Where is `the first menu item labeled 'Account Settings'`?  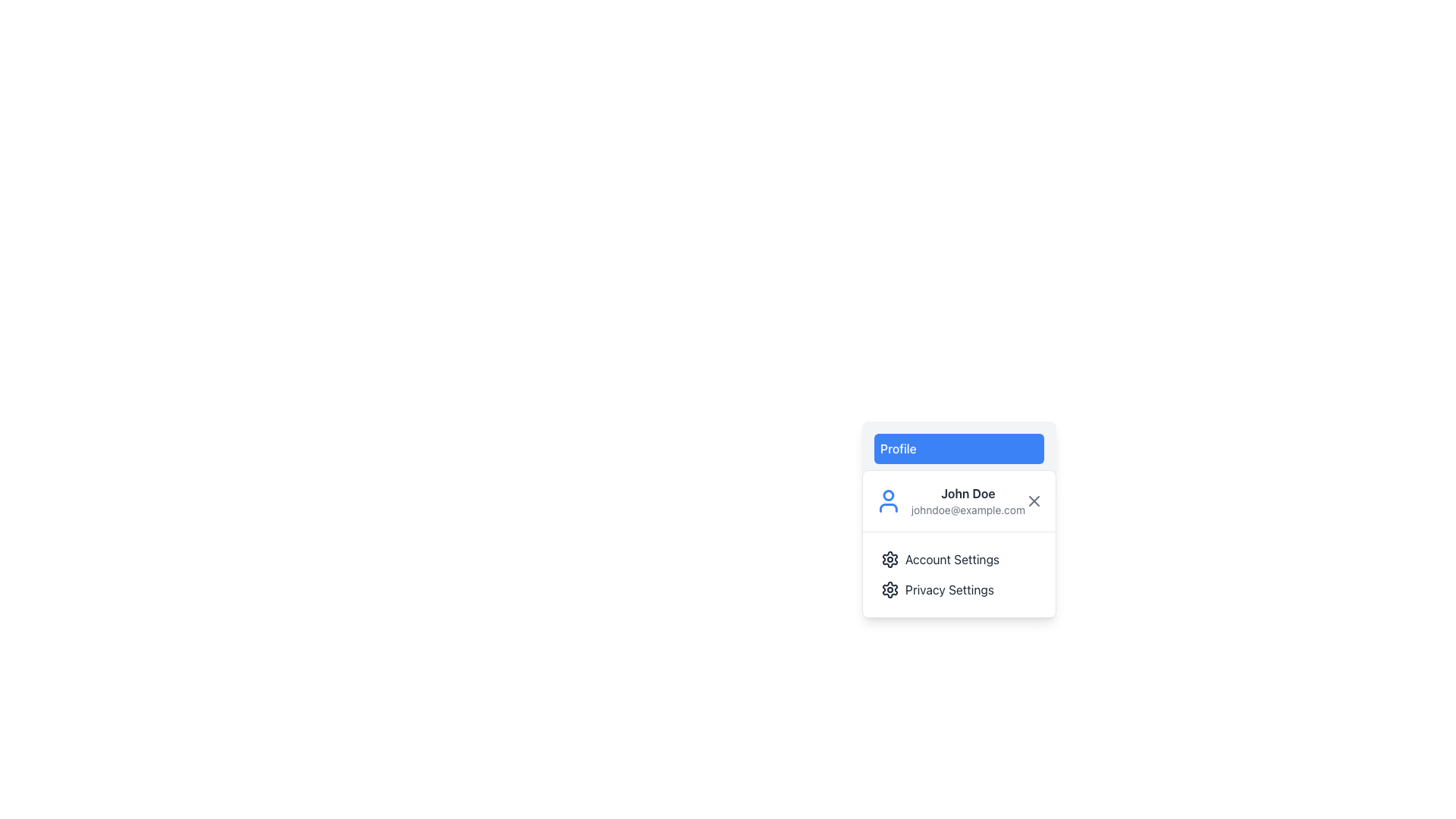 the first menu item labeled 'Account Settings' is located at coordinates (959, 559).